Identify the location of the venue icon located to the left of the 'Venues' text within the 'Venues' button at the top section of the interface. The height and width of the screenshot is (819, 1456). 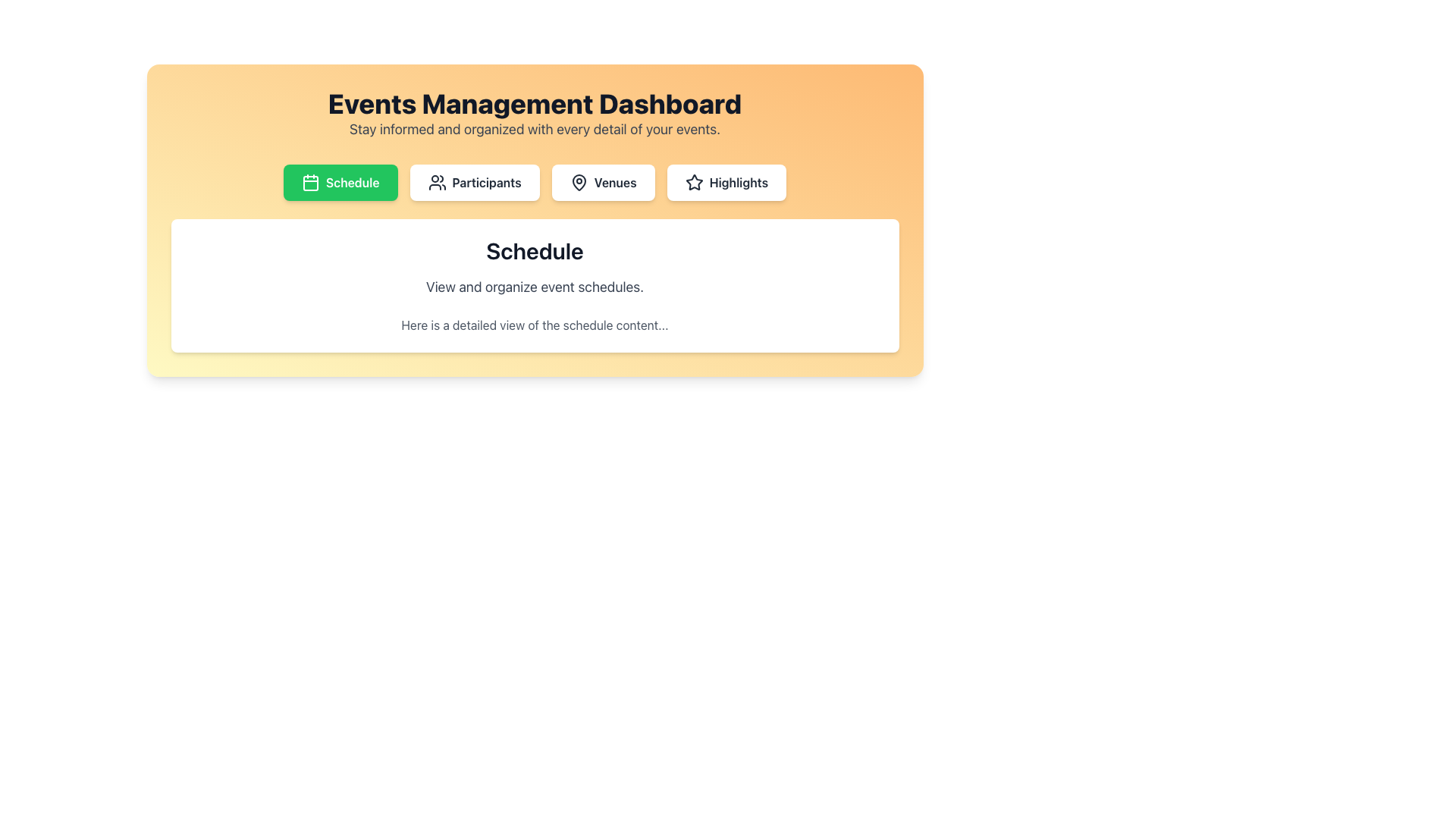
(578, 181).